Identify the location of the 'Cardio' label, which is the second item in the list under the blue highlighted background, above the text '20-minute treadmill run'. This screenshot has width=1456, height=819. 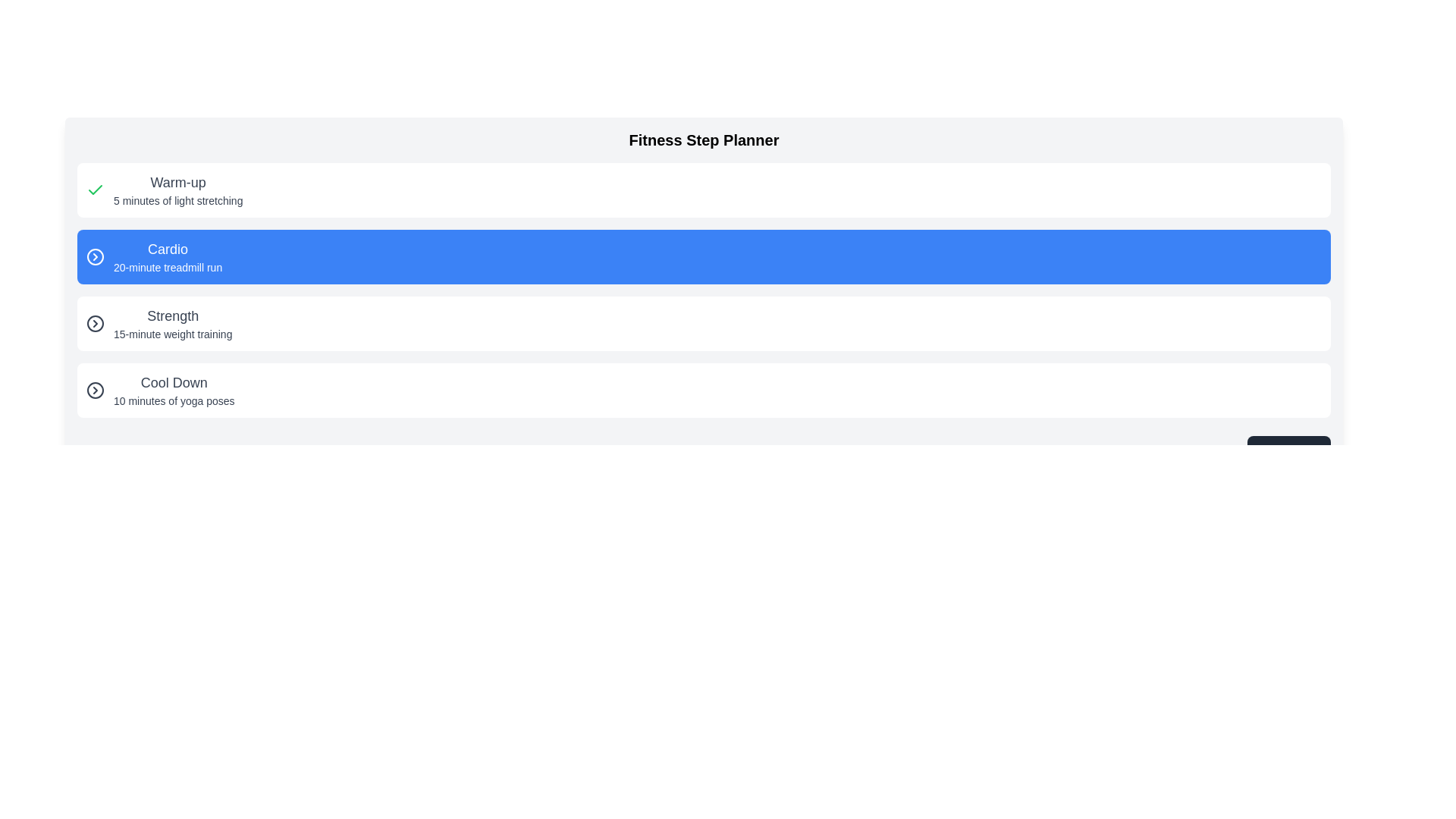
(168, 248).